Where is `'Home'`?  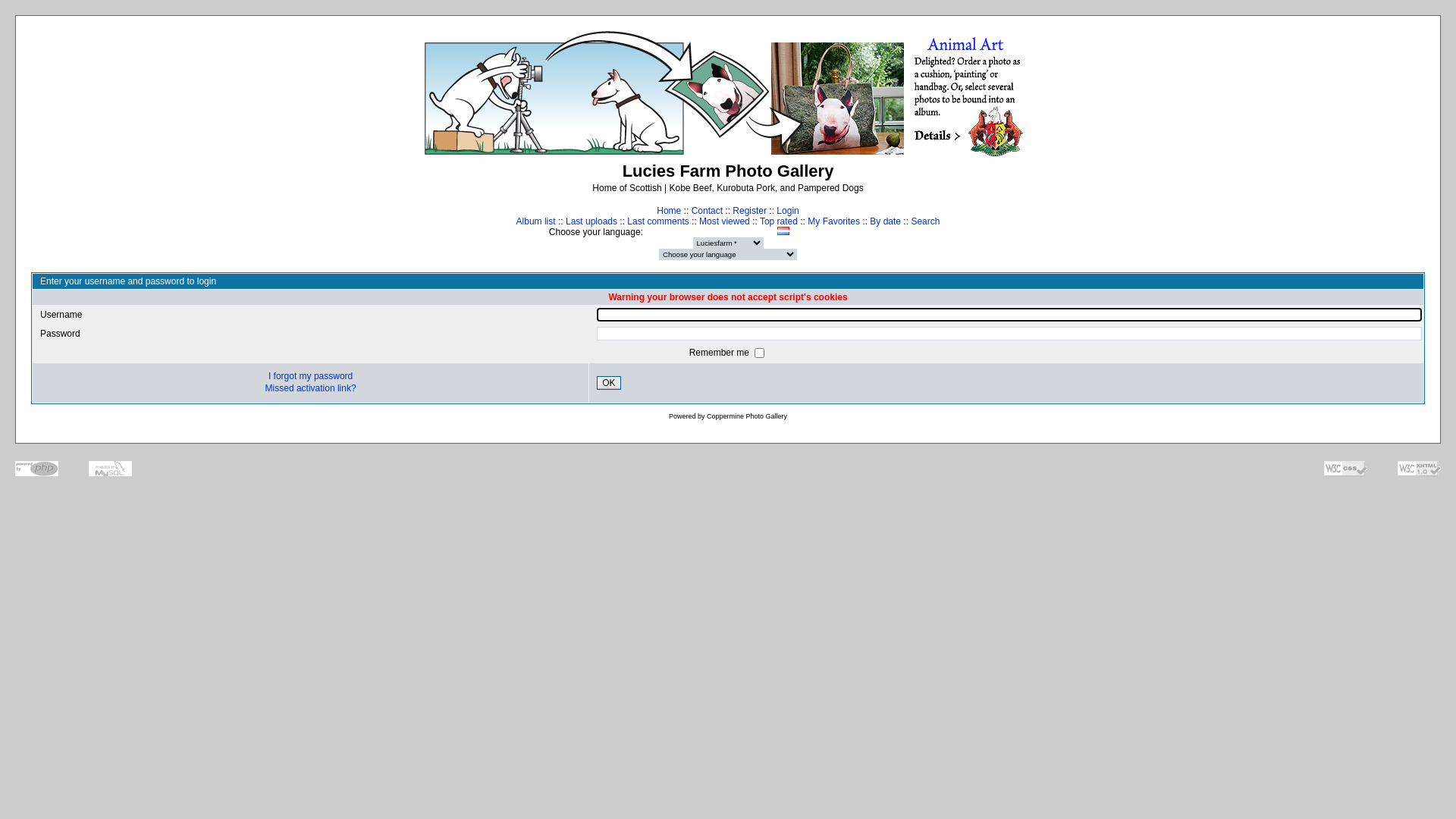
'Home' is located at coordinates (668, 210).